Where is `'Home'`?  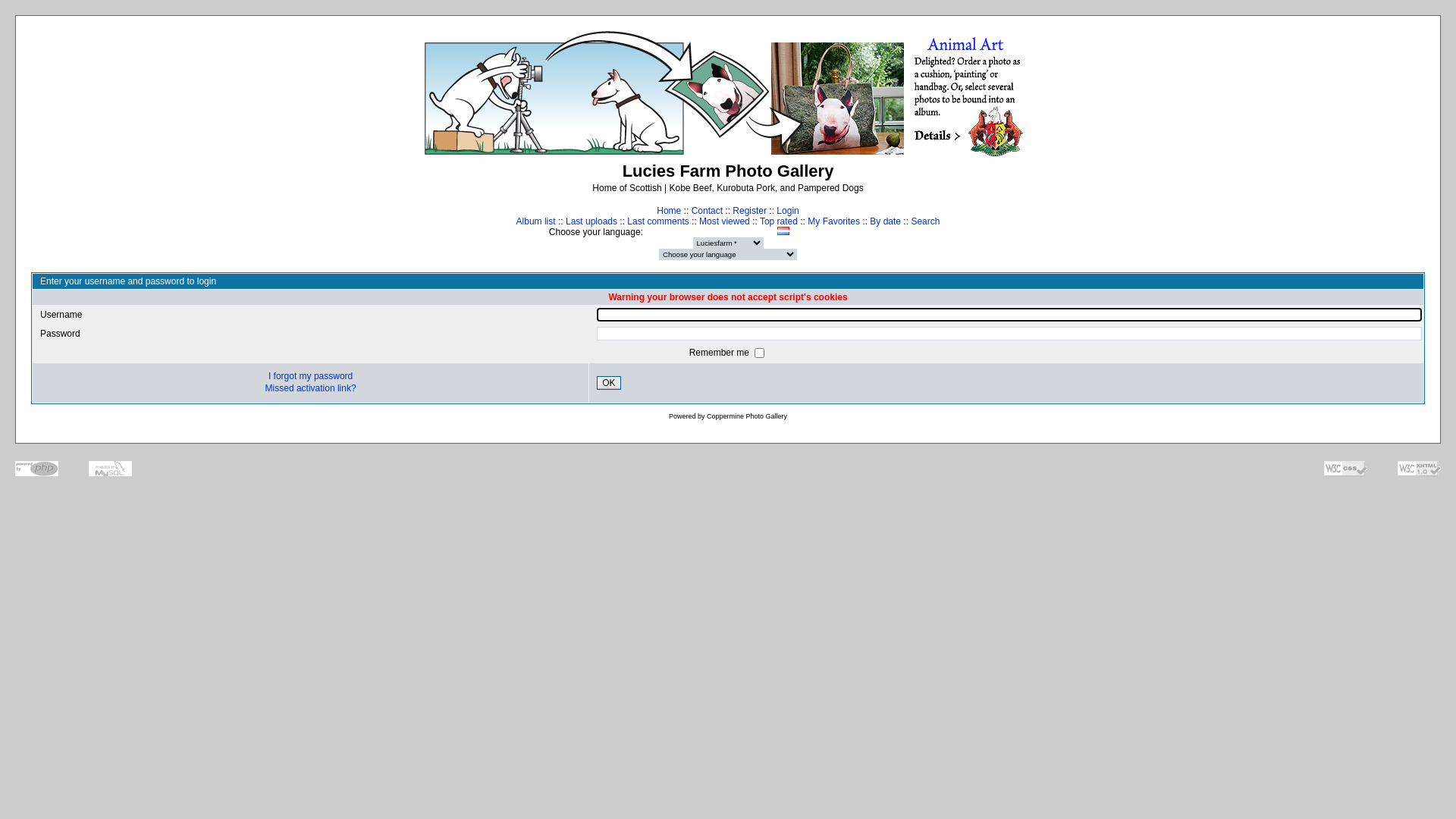
'Home' is located at coordinates (668, 210).